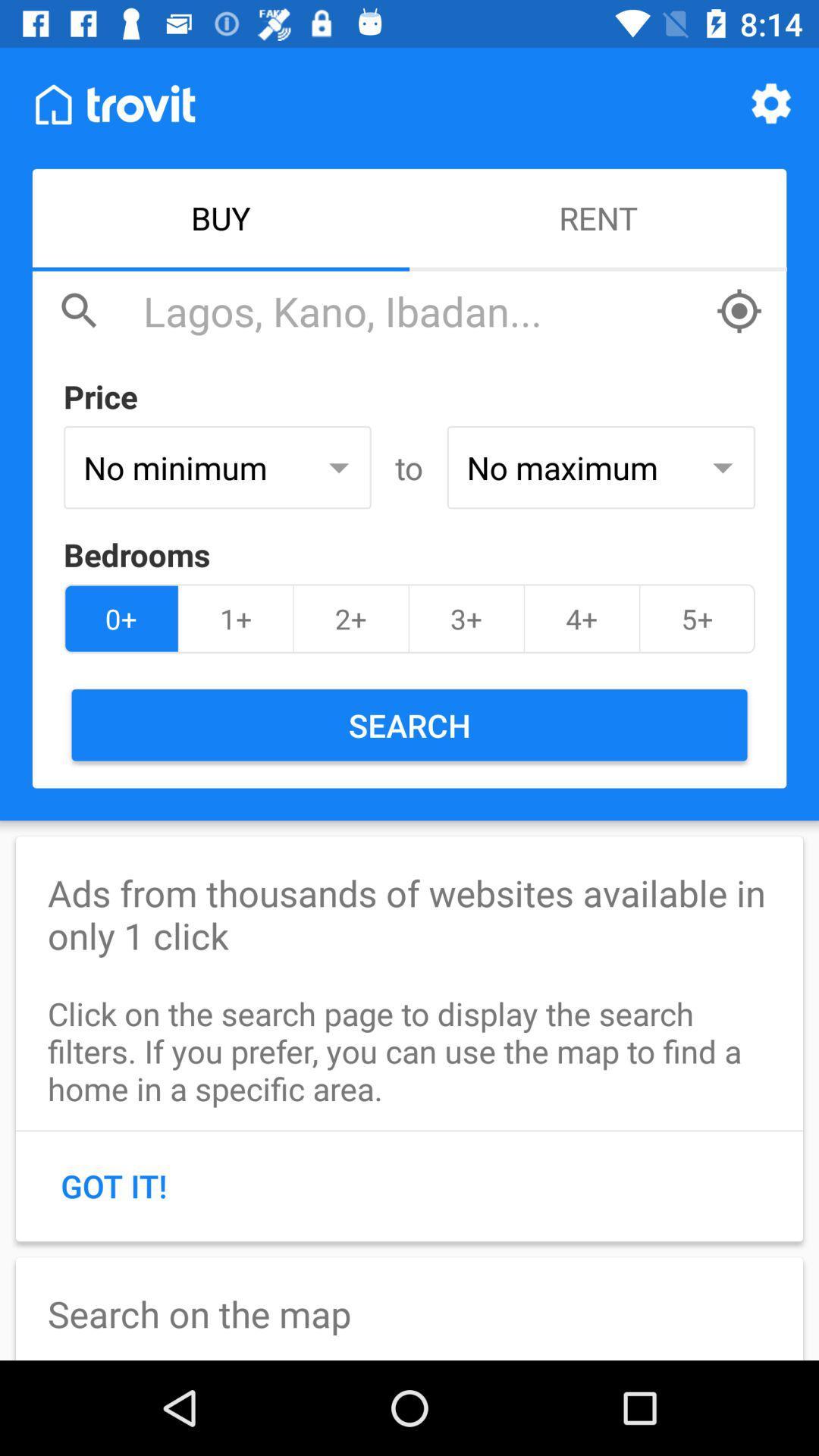  Describe the element at coordinates (409, 1308) in the screenshot. I see `icon below the got it! item` at that location.